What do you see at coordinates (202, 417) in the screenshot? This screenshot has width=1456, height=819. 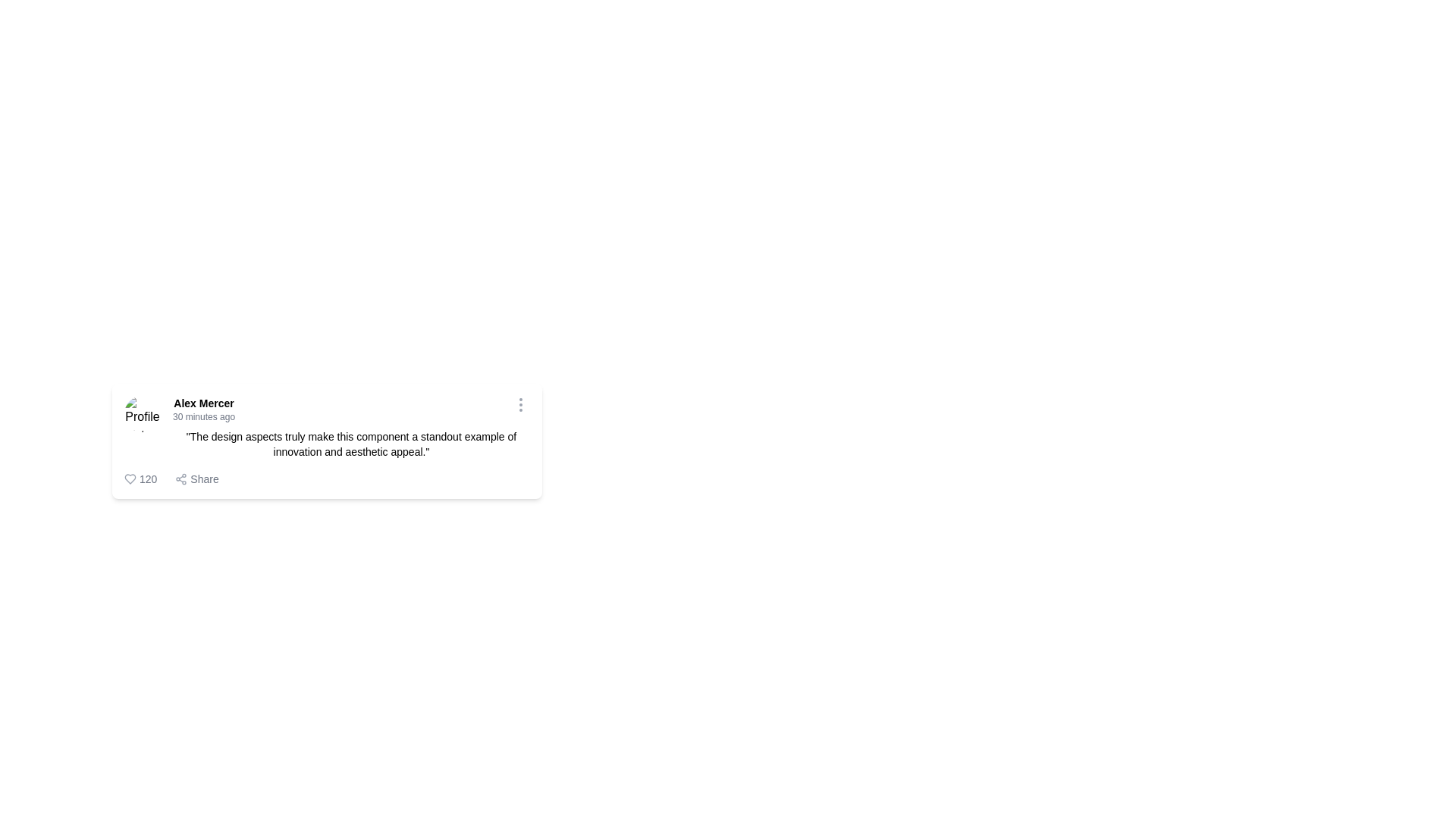 I see `timestamp displayed as '30 minutes ago' located beneath the name label 'Alex Mercer' in the card layout` at bounding box center [202, 417].